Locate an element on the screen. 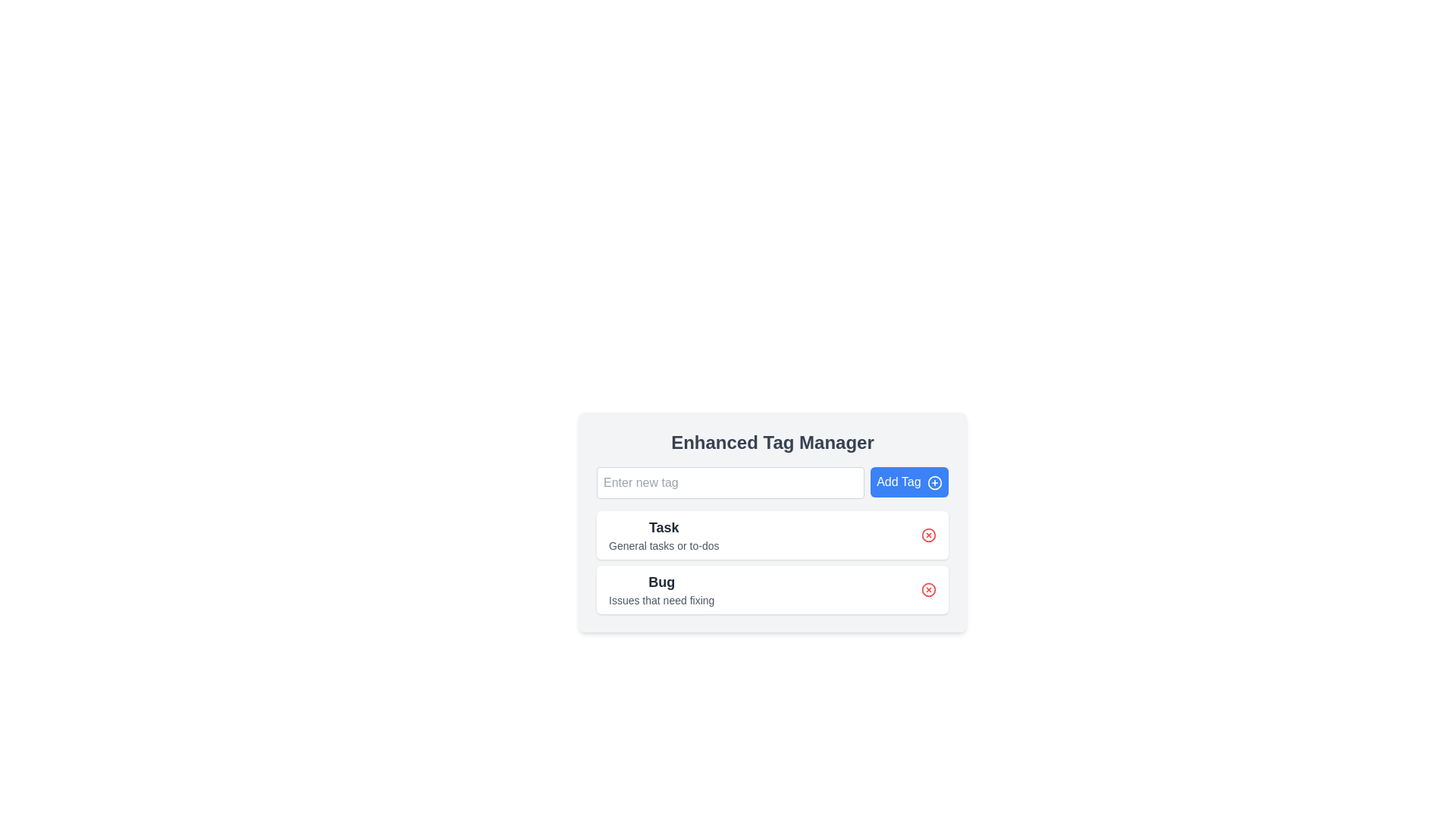 Image resolution: width=1456 pixels, height=819 pixels. the list item labeled 'Bug' is located at coordinates (772, 589).